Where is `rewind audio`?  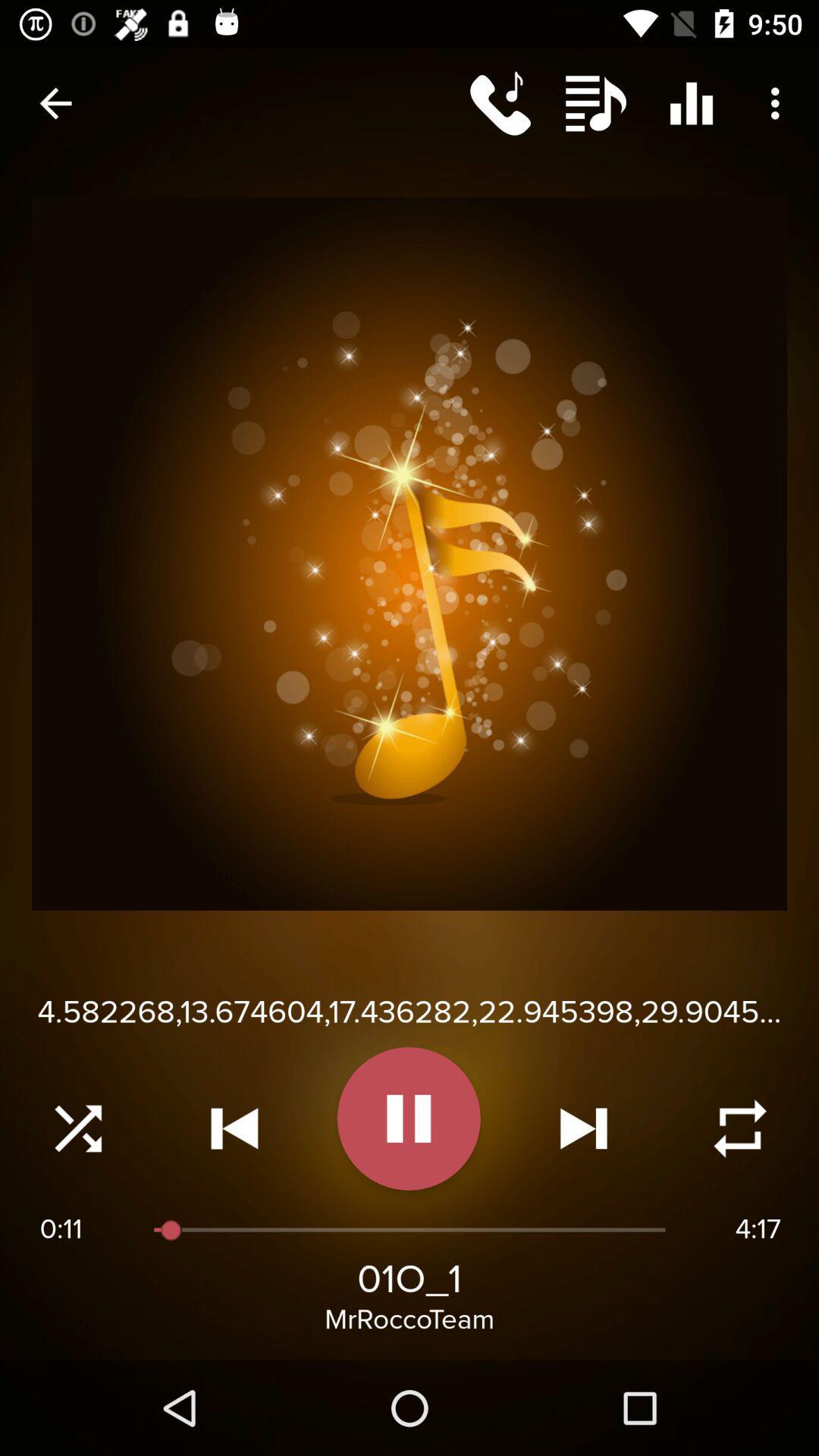 rewind audio is located at coordinates (234, 1128).